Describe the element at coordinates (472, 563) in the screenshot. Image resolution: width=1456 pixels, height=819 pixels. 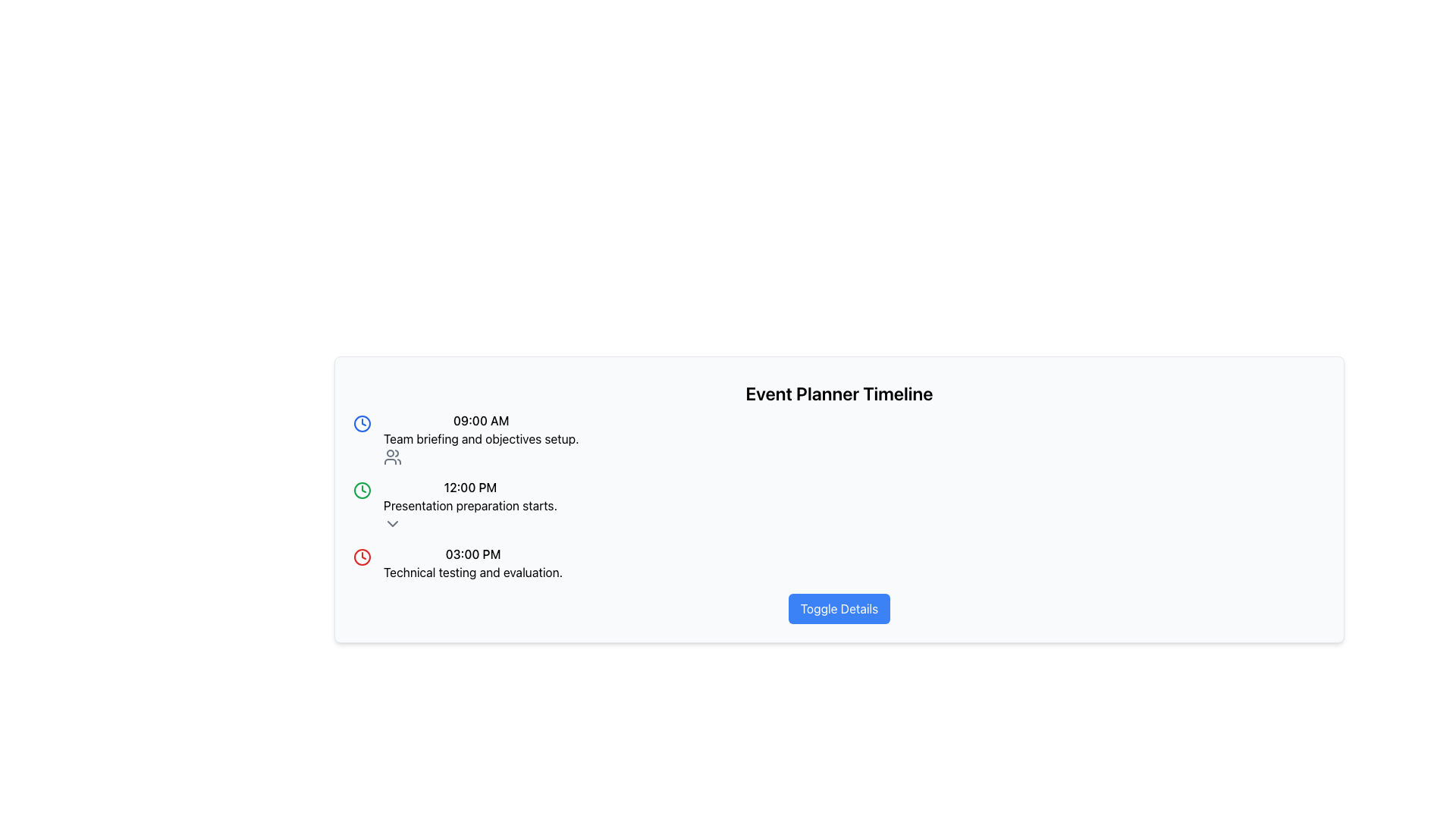
I see `the description of the third Timeline event item, which is located below '12:00 PM Presentation preparation starts' and above subsequent entries, indicated by a red clock icon` at that location.